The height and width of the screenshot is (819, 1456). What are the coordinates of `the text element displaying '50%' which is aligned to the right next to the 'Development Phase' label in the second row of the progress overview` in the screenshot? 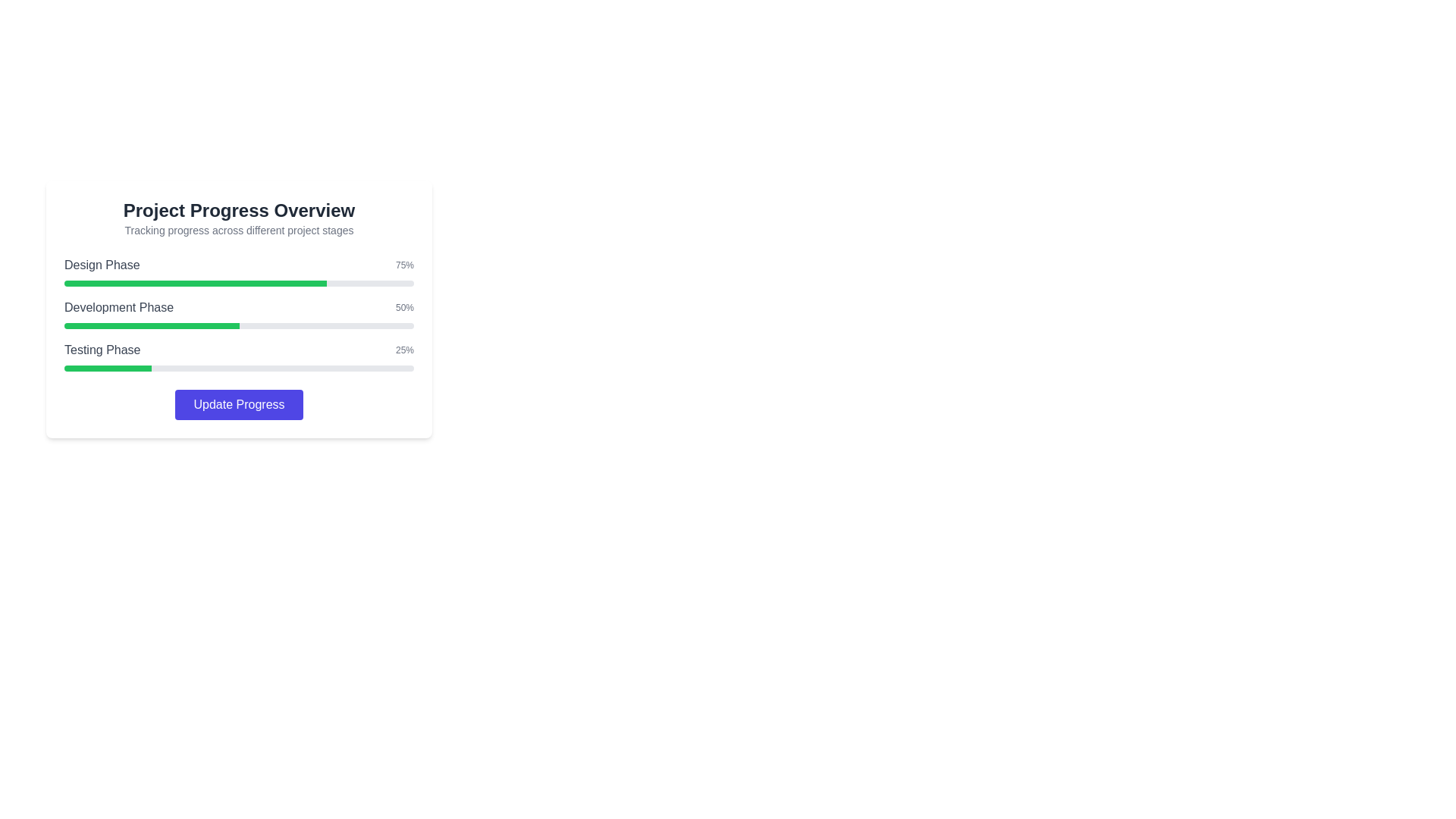 It's located at (404, 307).